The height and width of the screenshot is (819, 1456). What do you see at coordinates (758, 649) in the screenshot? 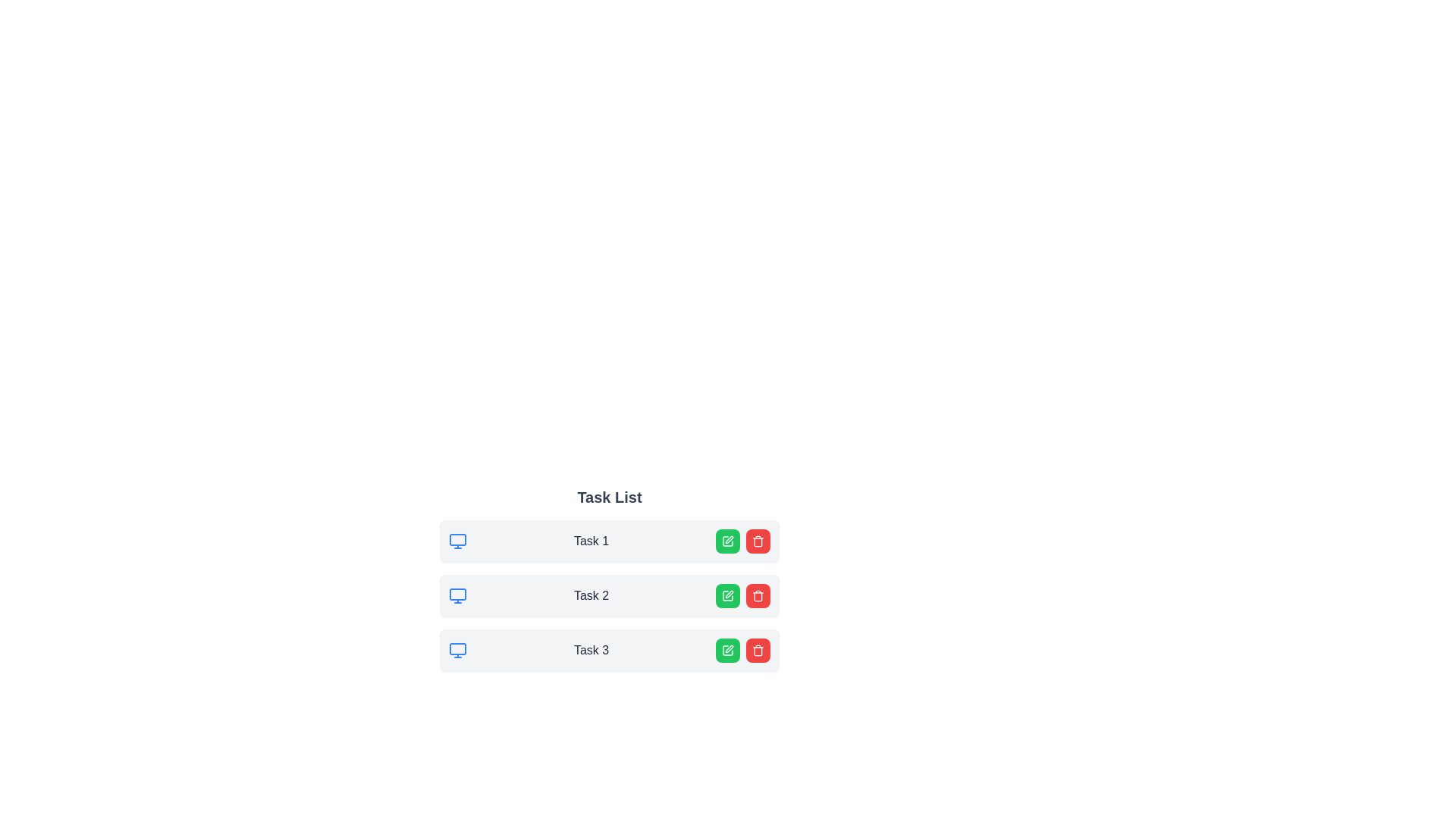
I see `the red delete button located in the last column of the third row within the task list` at bounding box center [758, 649].